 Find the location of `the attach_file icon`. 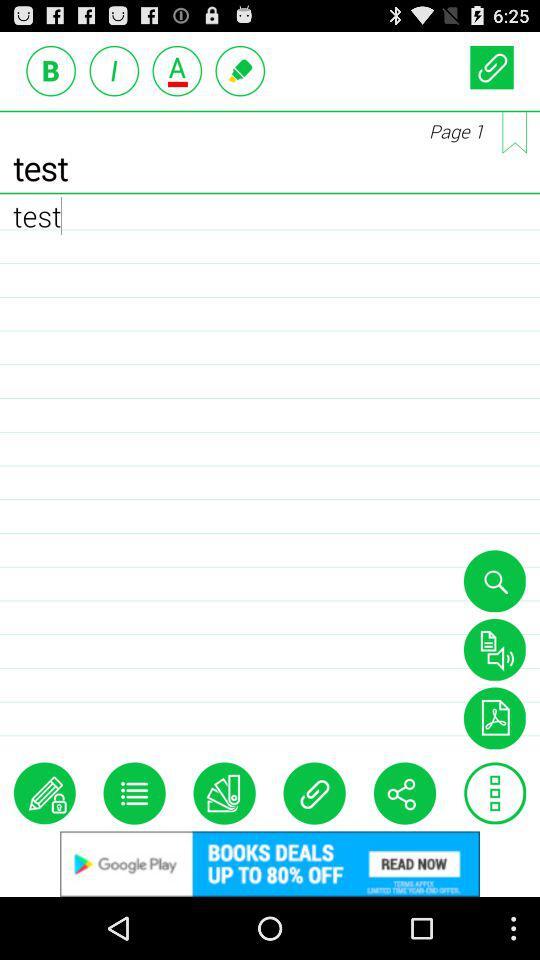

the attach_file icon is located at coordinates (314, 848).